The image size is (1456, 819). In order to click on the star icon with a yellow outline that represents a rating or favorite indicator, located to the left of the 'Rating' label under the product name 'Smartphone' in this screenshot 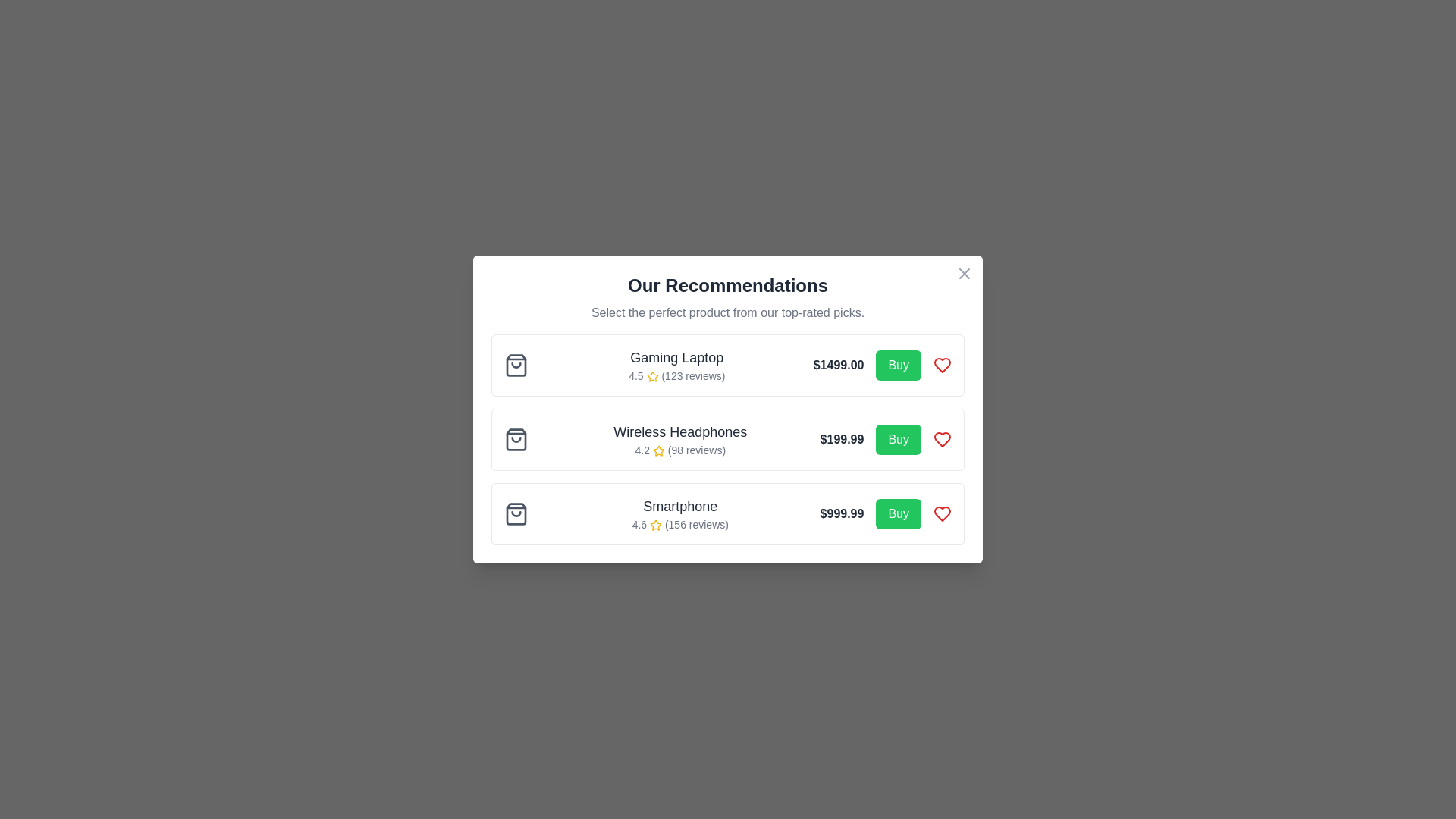, I will do `click(655, 525)`.